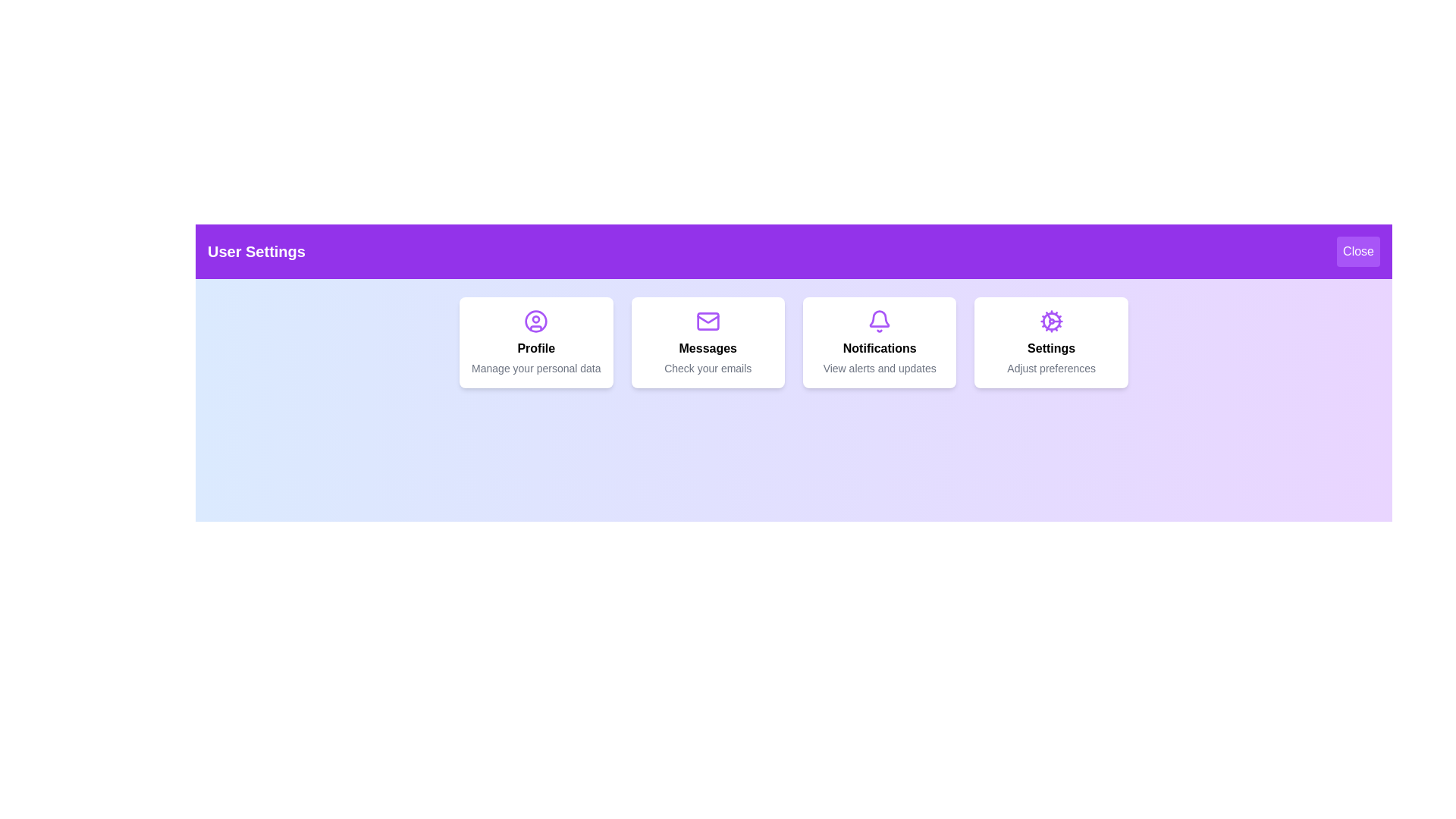 The width and height of the screenshot is (1456, 819). I want to click on the 'Close' button to toggle the visibility of the menu, so click(1358, 250).